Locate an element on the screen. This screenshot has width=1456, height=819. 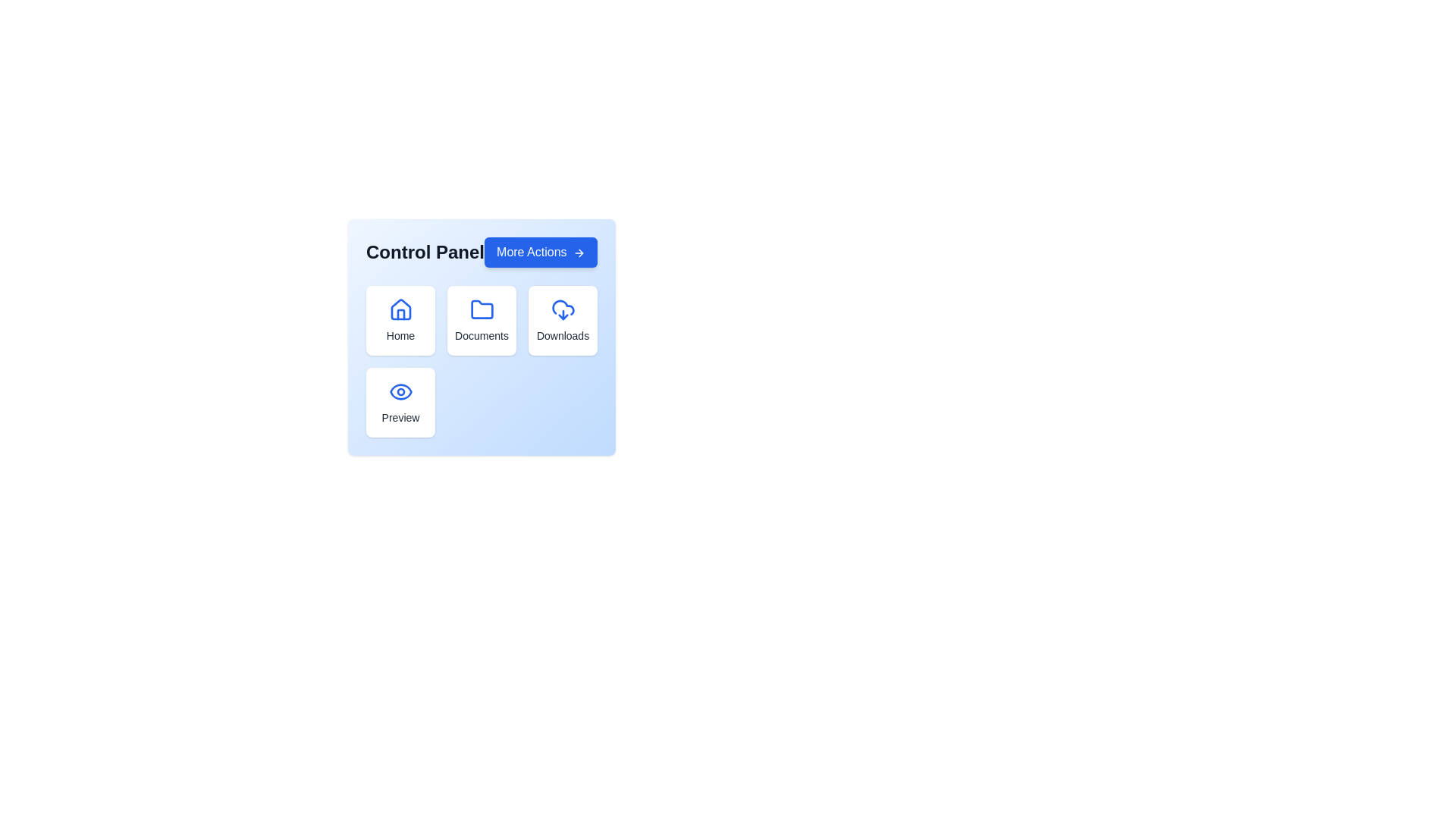
the rightward-pointing arrow icon styled in a minimalistic design, located at the far right end of the 'More Actions' button is located at coordinates (578, 251).